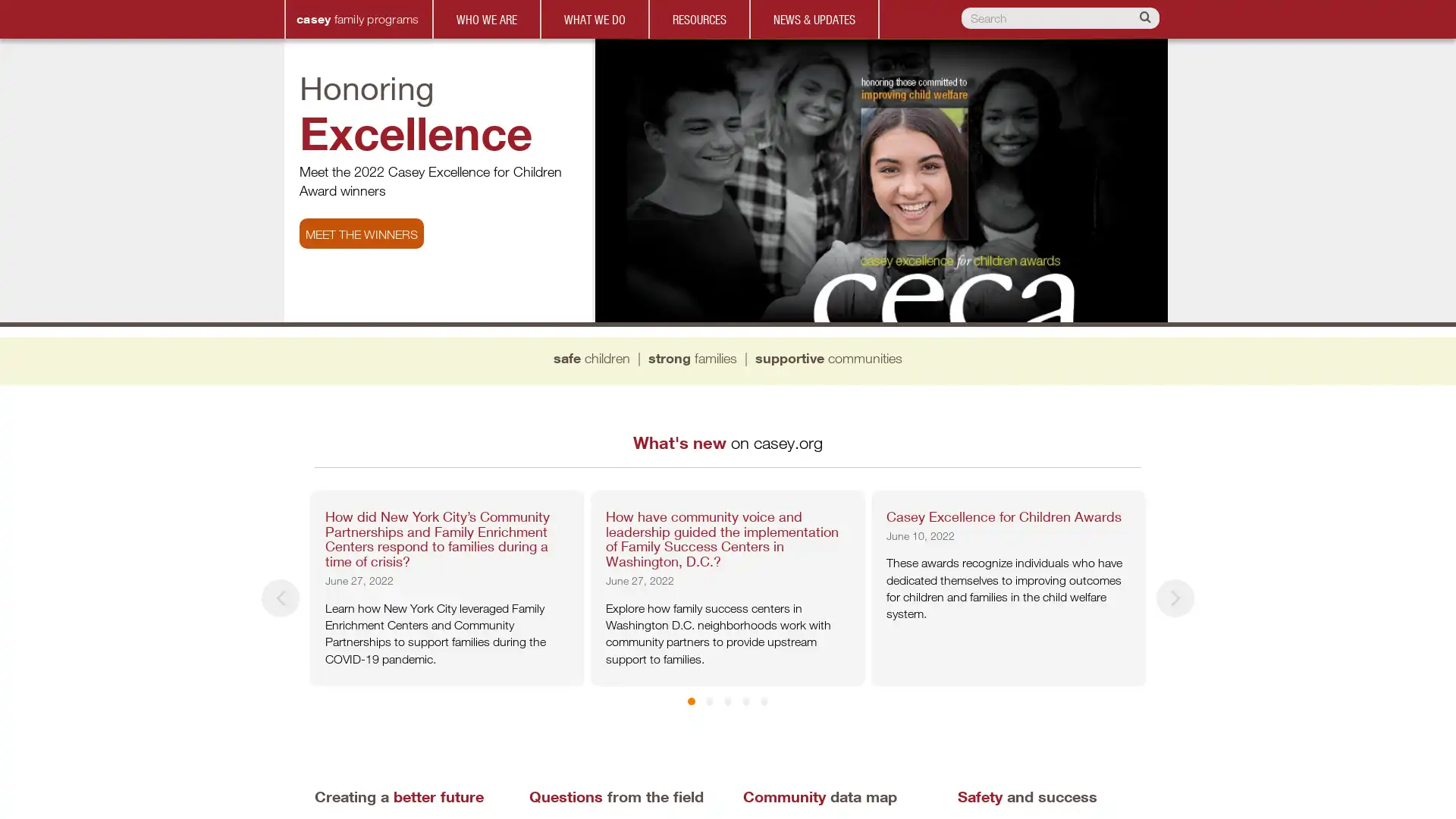 The image size is (1456, 819). I want to click on MEET THE WINNERS, so click(360, 234).